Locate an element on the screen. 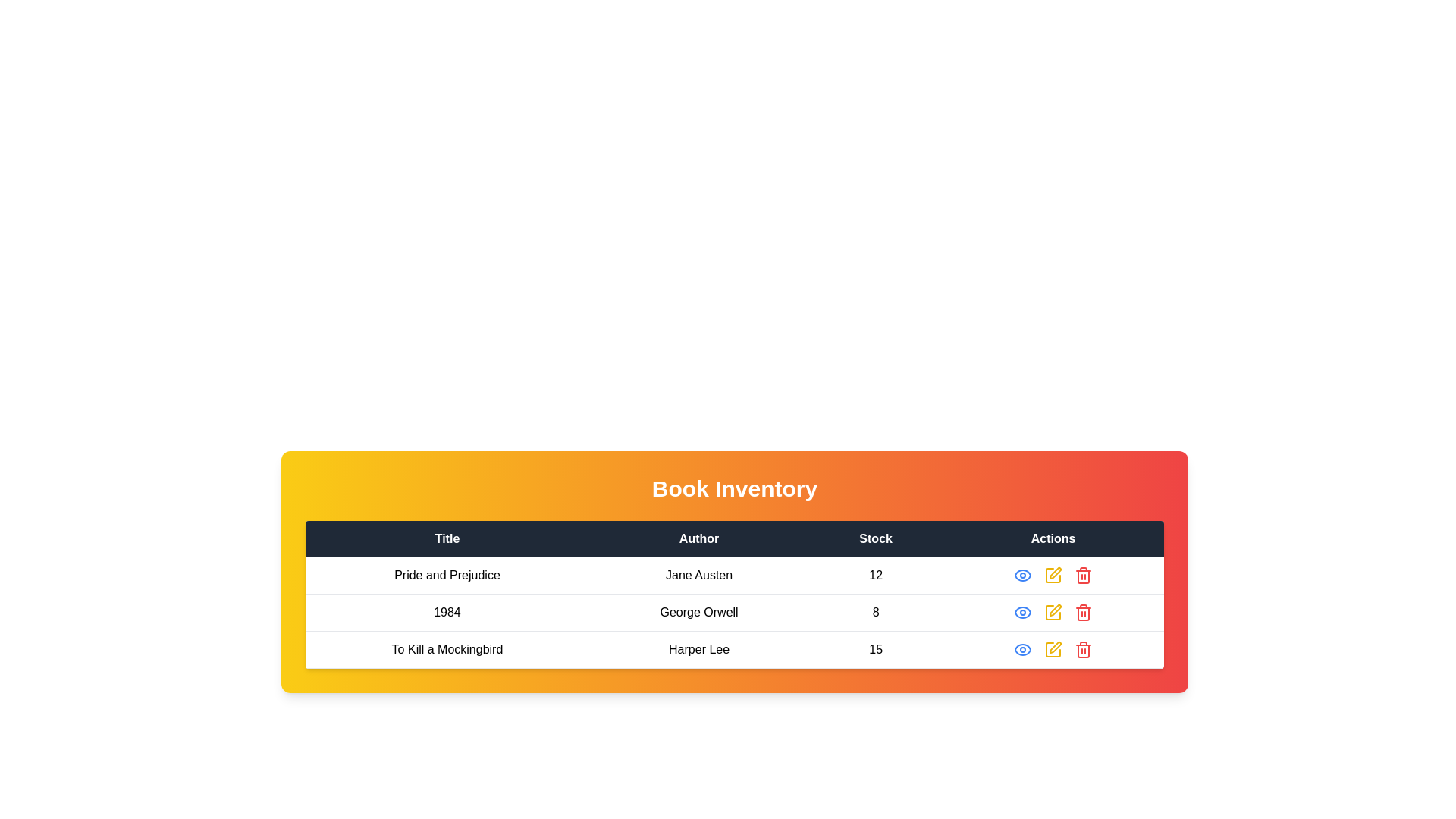 The height and width of the screenshot is (819, 1456). the delete action button, which is represented by a trash can icon, located as the third icon in the row of action buttons for the first entry in the table is located at coordinates (1083, 576).